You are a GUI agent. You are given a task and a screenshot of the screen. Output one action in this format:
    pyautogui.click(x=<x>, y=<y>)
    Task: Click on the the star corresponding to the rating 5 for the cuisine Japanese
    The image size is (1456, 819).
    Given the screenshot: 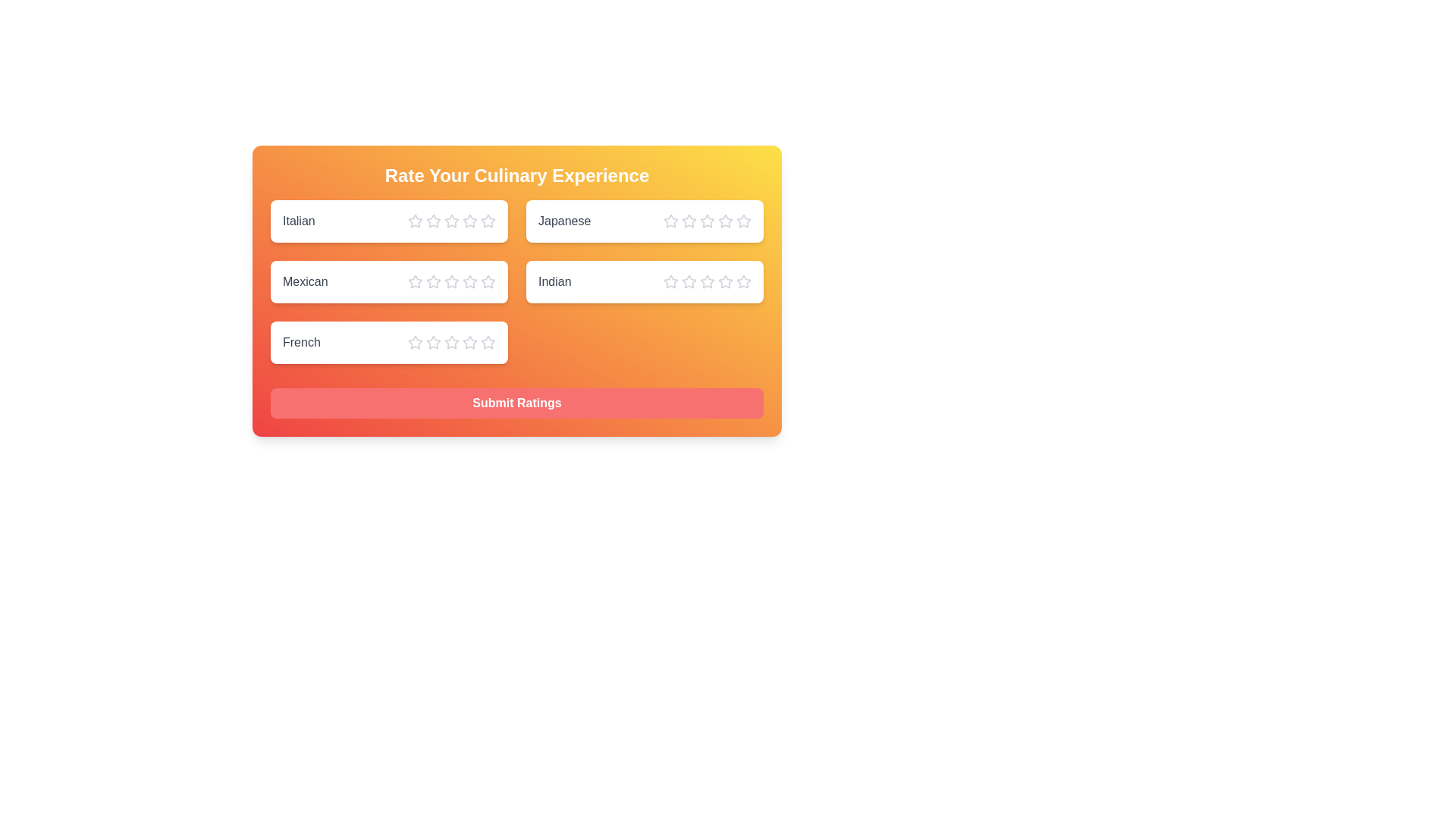 What is the action you would take?
    pyautogui.click(x=743, y=221)
    